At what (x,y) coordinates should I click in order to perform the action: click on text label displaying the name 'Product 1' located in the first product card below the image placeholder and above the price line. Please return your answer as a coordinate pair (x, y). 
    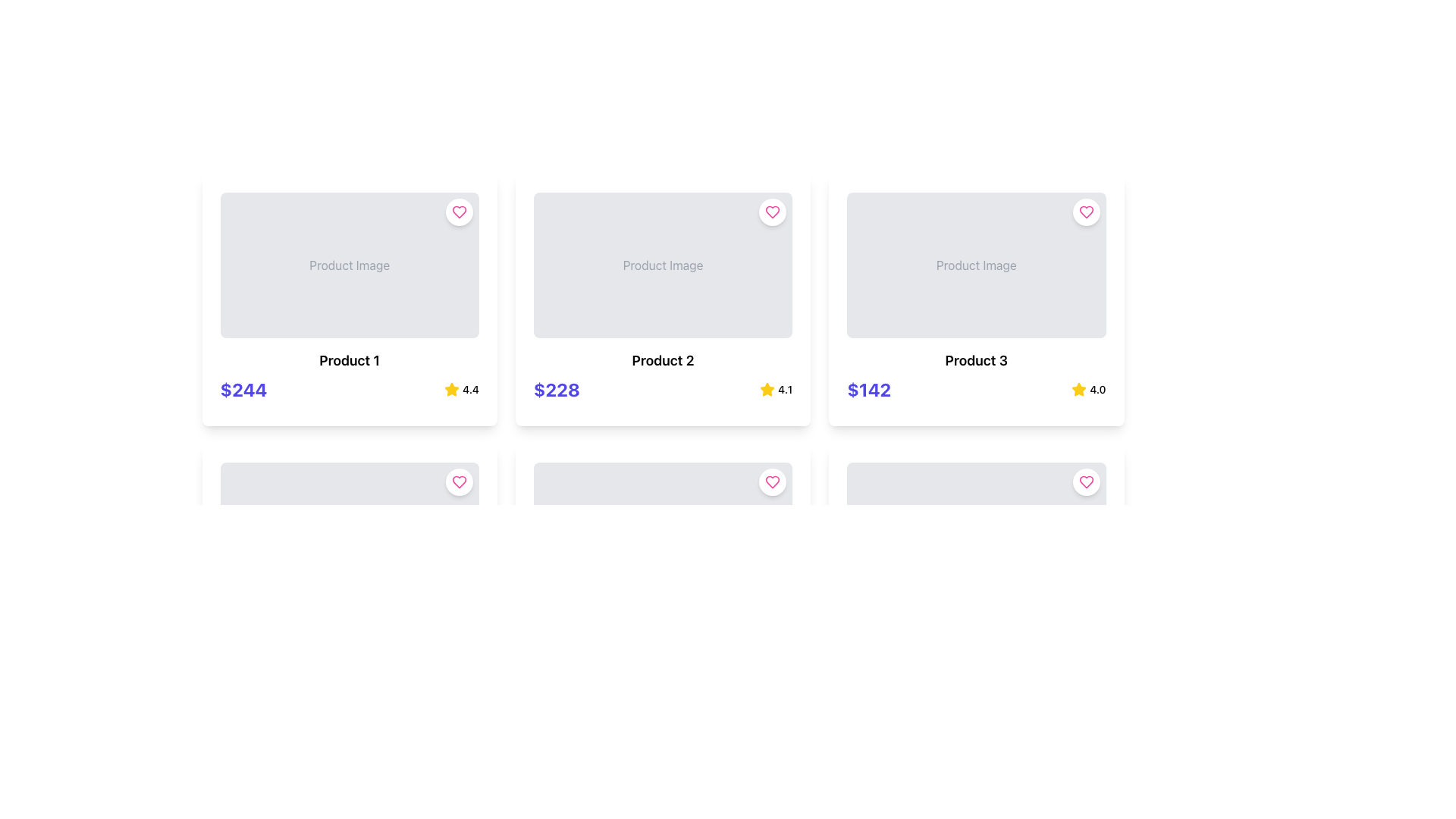
    Looking at the image, I should click on (349, 360).